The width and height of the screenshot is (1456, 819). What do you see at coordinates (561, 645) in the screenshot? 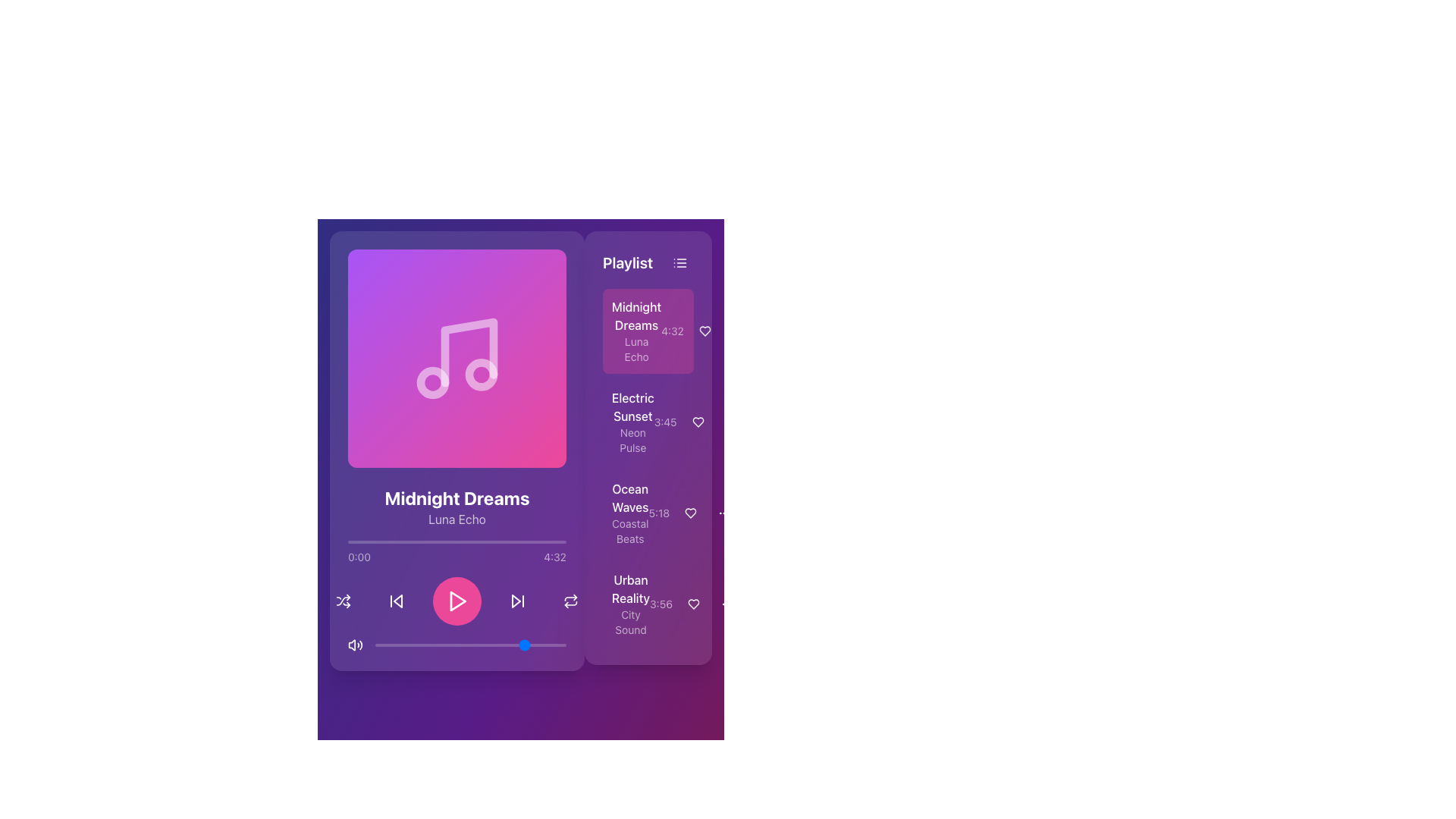
I see `playback progress` at bounding box center [561, 645].